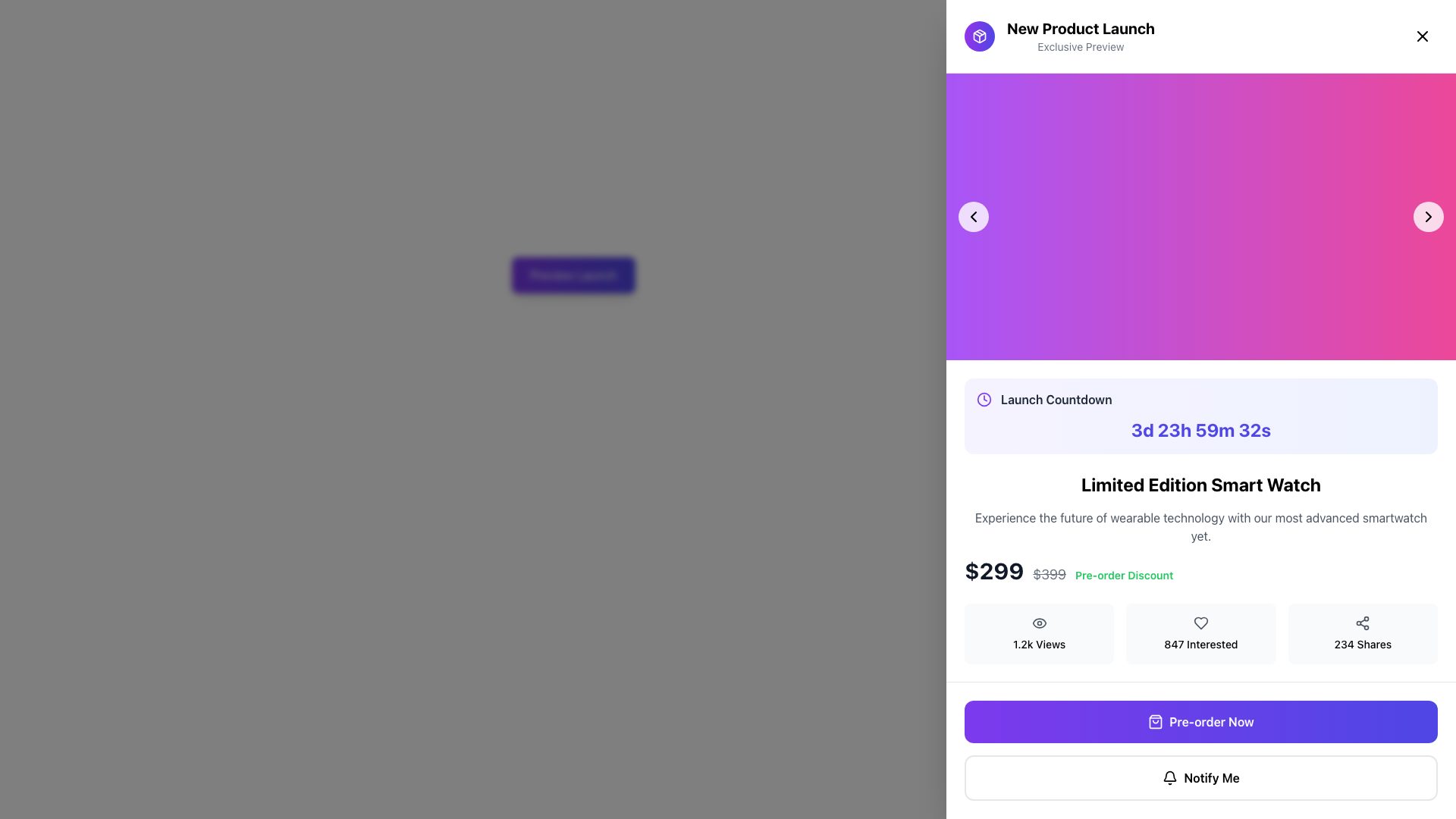 This screenshot has height=819, width=1456. I want to click on the 'Pre-order Now' button, which is a vibrant gradient button with bold white text, located at the bottom of the product details section, aligned to the right side, so click(1211, 721).